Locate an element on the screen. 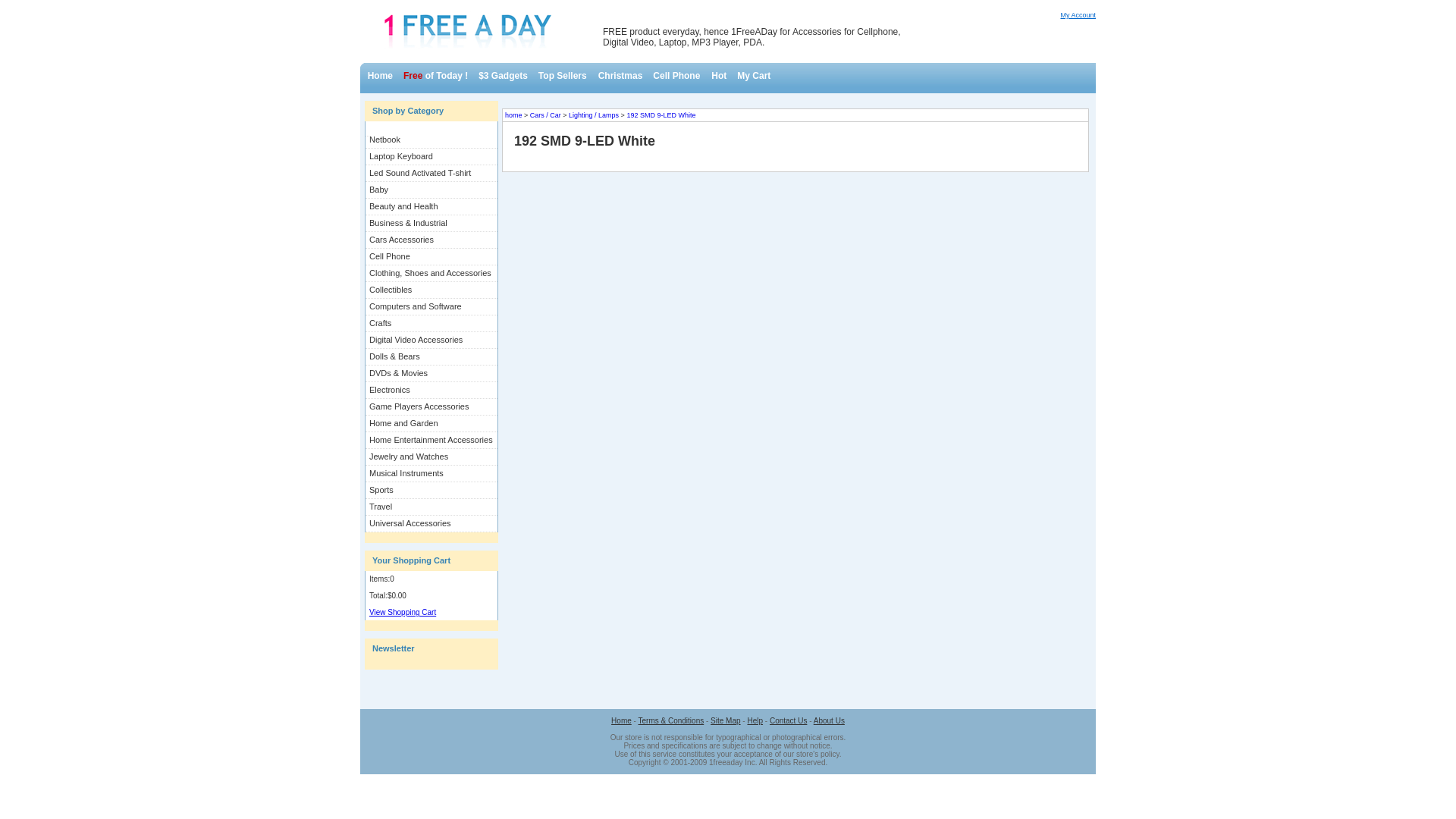  'Home Entertainment Accessories' is located at coordinates (432, 439).